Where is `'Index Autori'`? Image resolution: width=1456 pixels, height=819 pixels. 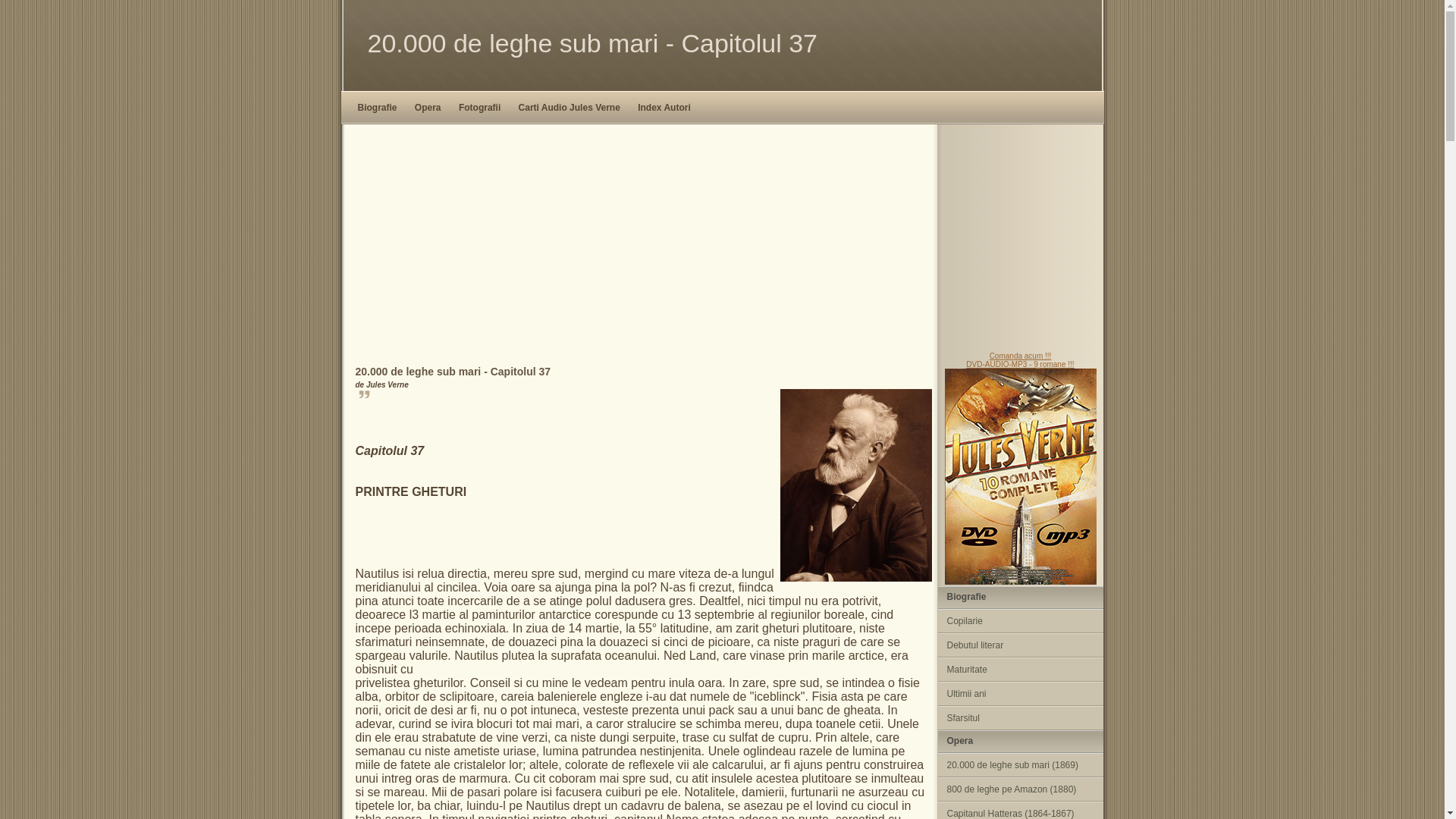 'Index Autori' is located at coordinates (664, 107).